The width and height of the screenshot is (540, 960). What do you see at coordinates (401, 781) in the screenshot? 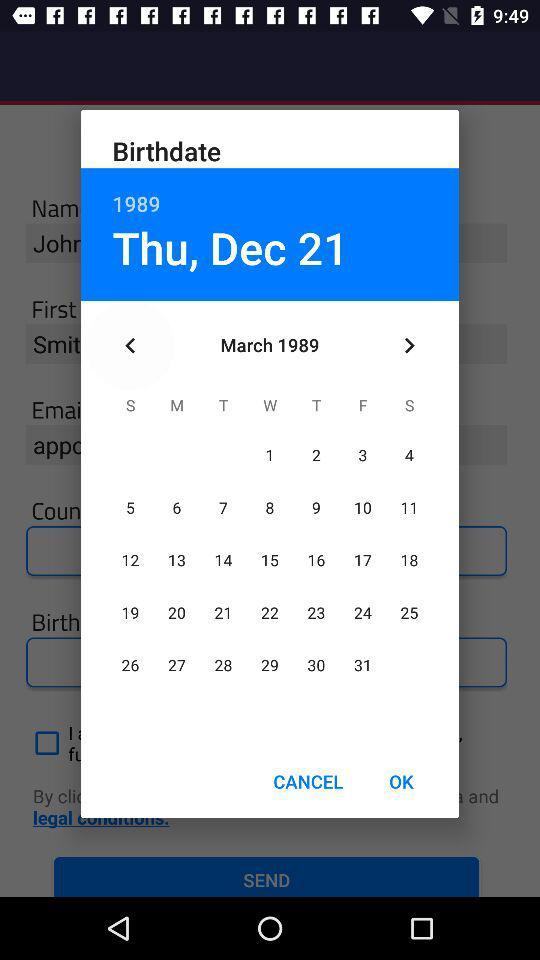
I see `ok at the bottom right corner` at bounding box center [401, 781].